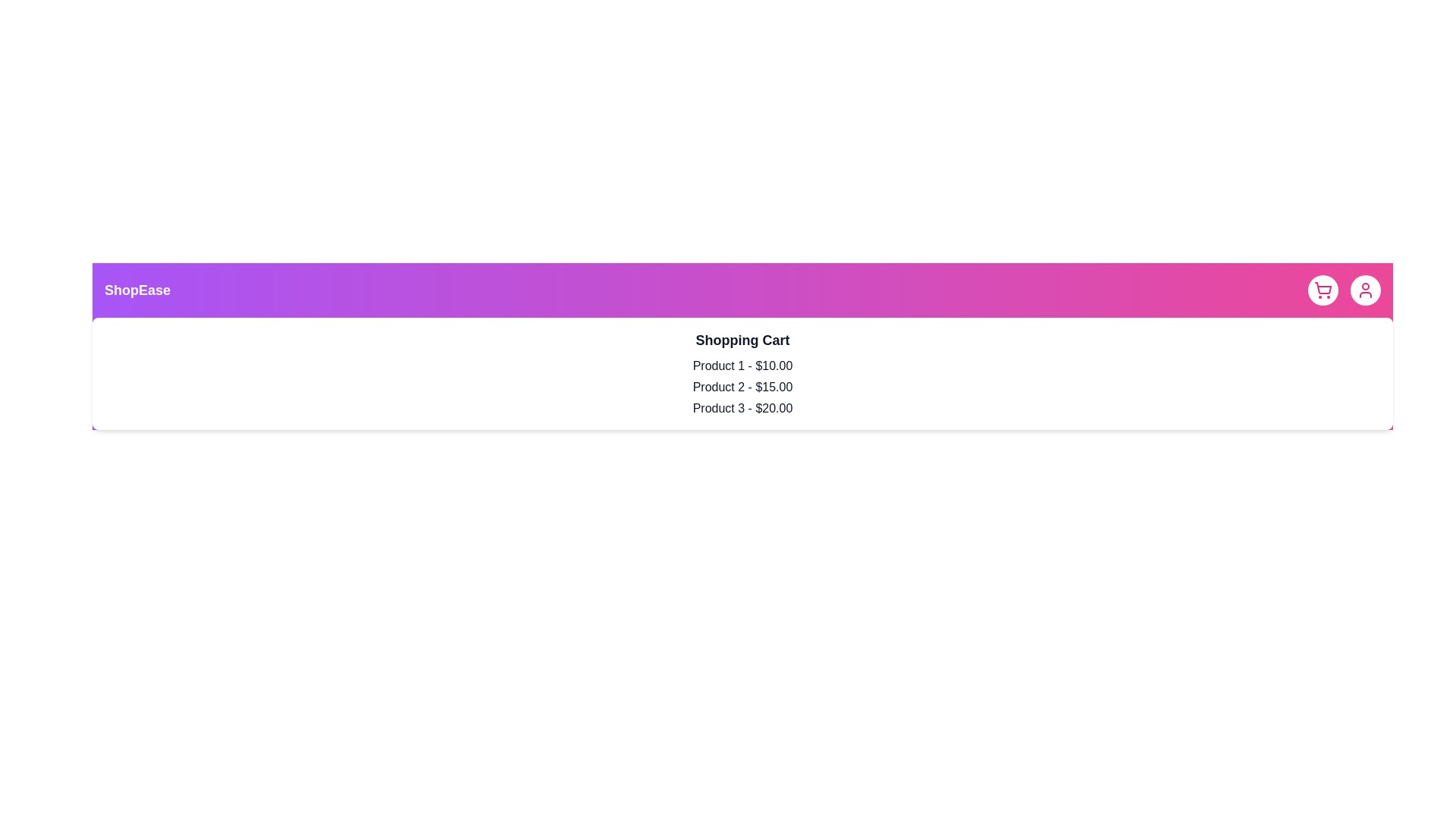 The image size is (1456, 819). What do you see at coordinates (1365, 290) in the screenshot?
I see `the user profile button` at bounding box center [1365, 290].